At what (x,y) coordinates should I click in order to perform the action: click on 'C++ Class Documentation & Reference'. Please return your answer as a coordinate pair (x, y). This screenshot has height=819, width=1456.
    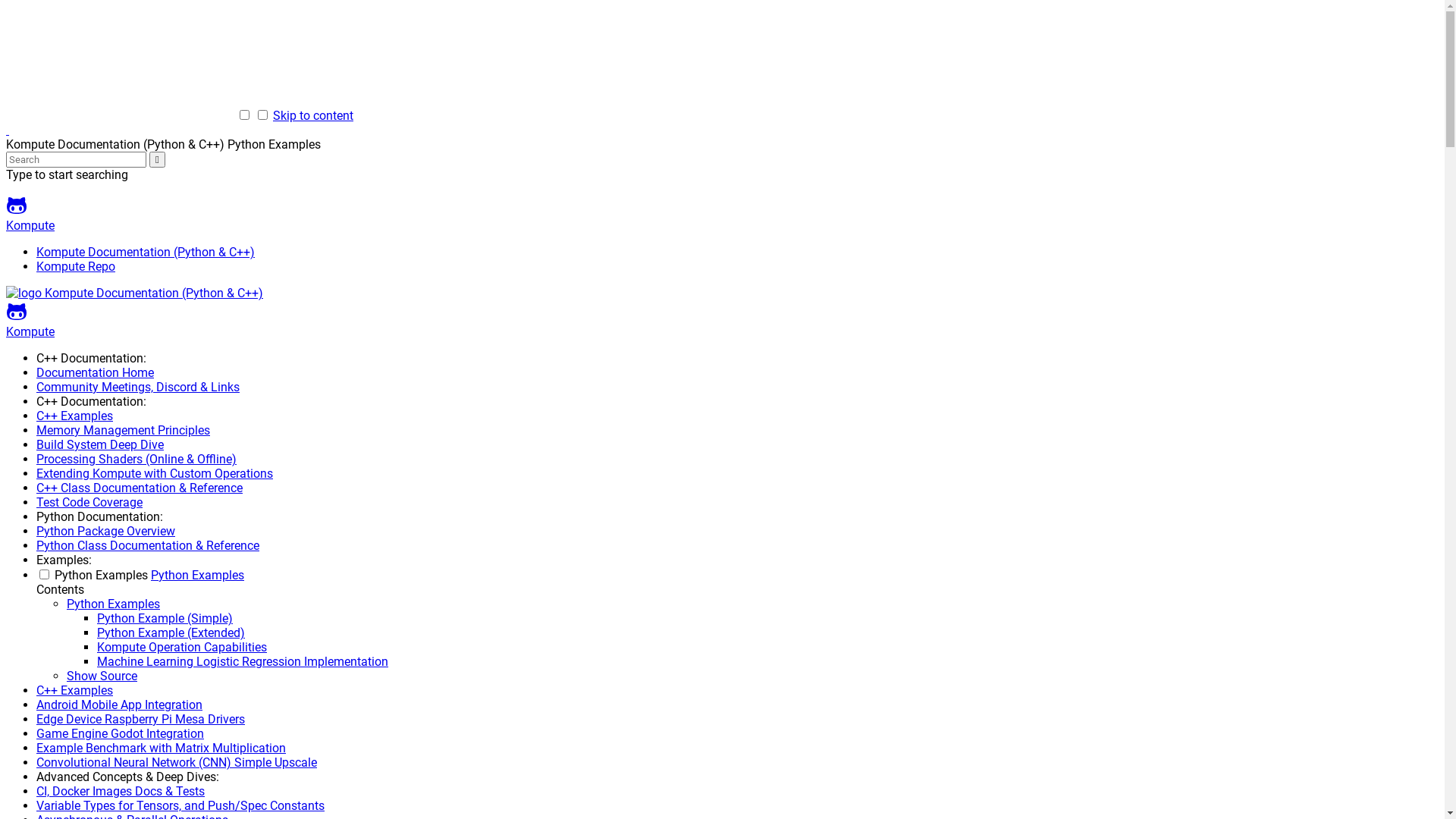
    Looking at the image, I should click on (139, 488).